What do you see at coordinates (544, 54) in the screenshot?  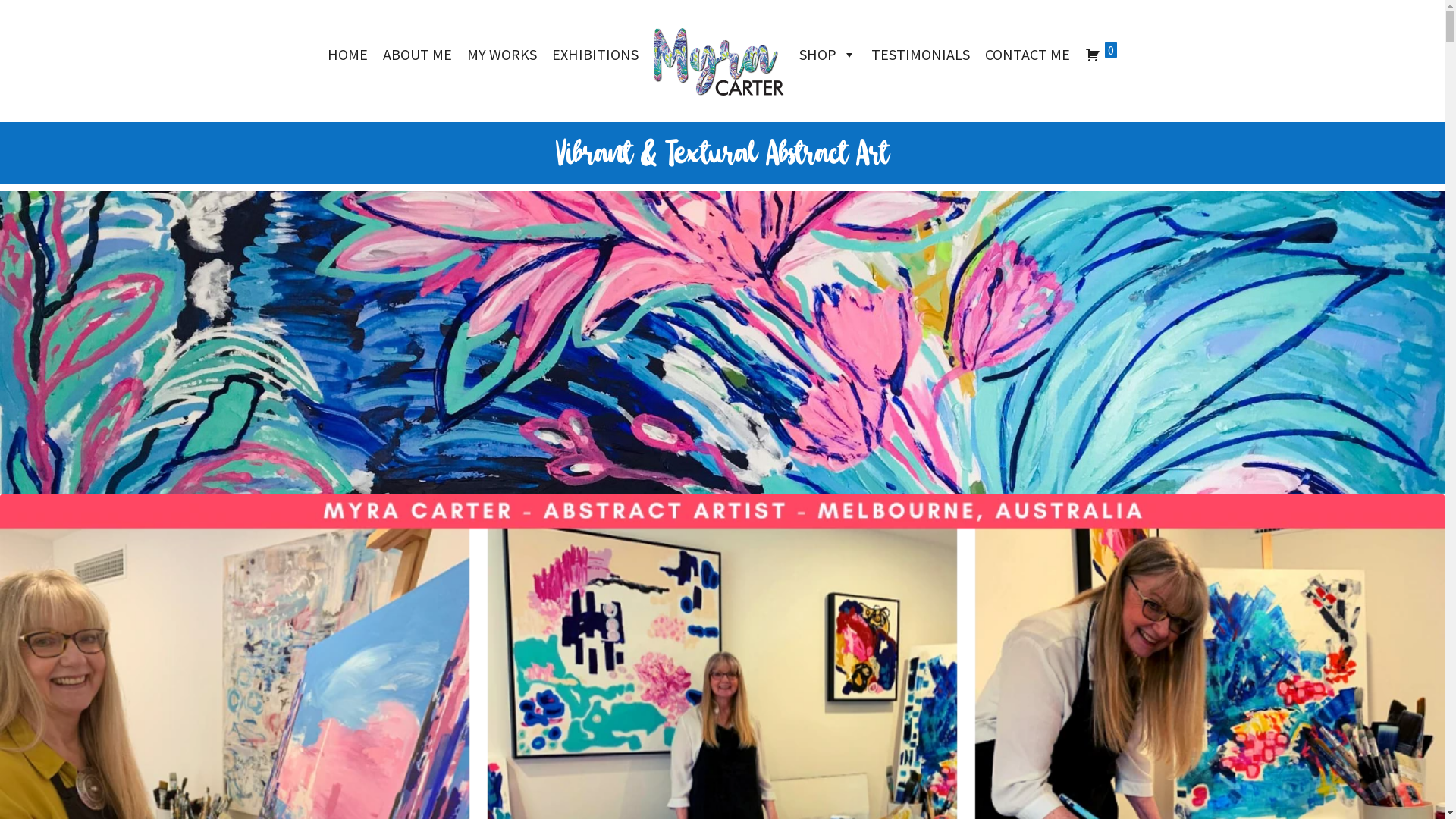 I see `'EXHIBITIONS'` at bounding box center [544, 54].